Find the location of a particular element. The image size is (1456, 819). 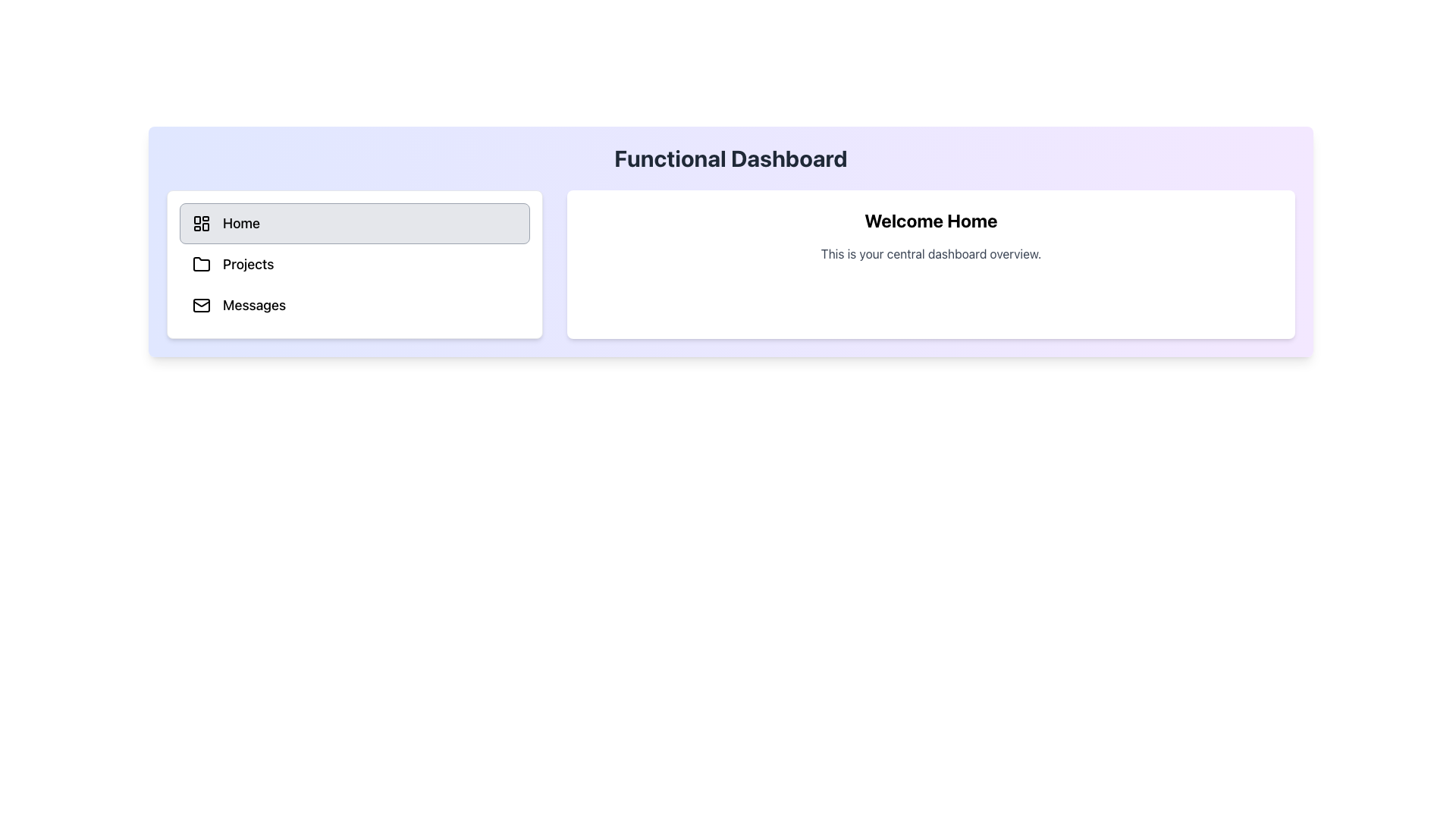

the third button in the vertical list of options within the left navigation panel is located at coordinates (353, 305).